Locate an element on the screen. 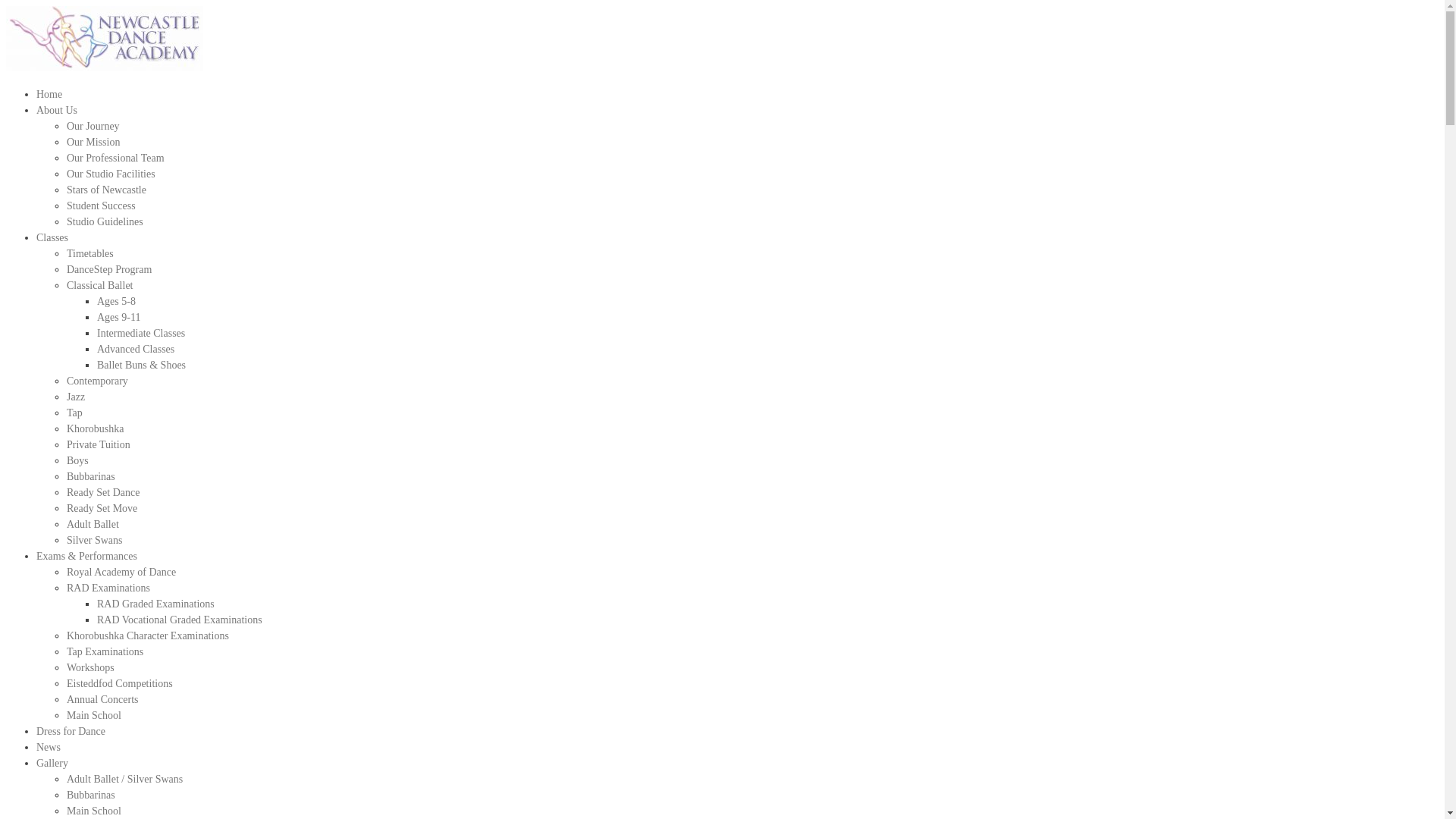  'Ballet Buns & Shoes' is located at coordinates (96, 365).